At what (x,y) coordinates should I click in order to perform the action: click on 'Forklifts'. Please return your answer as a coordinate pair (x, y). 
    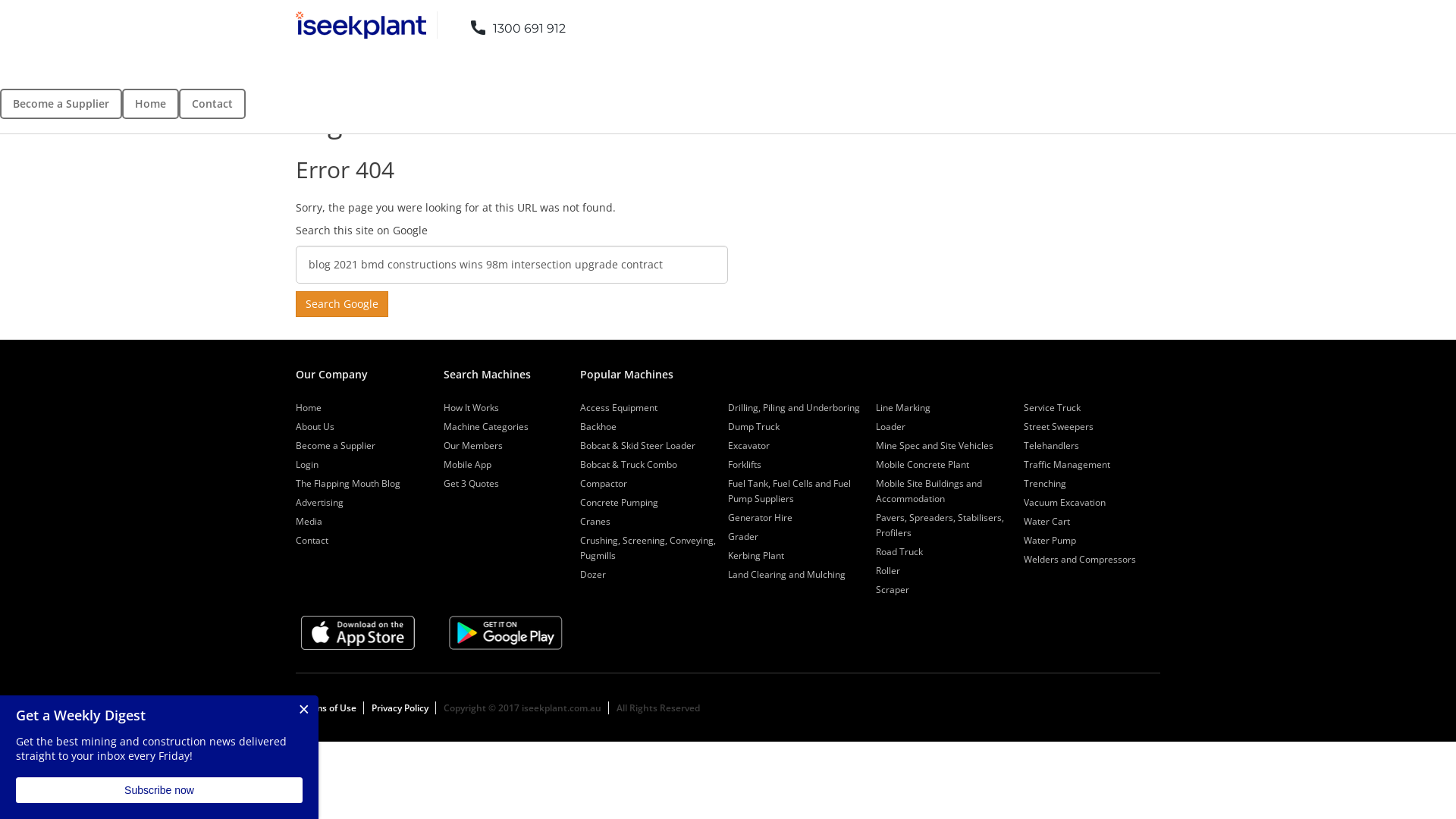
    Looking at the image, I should click on (745, 463).